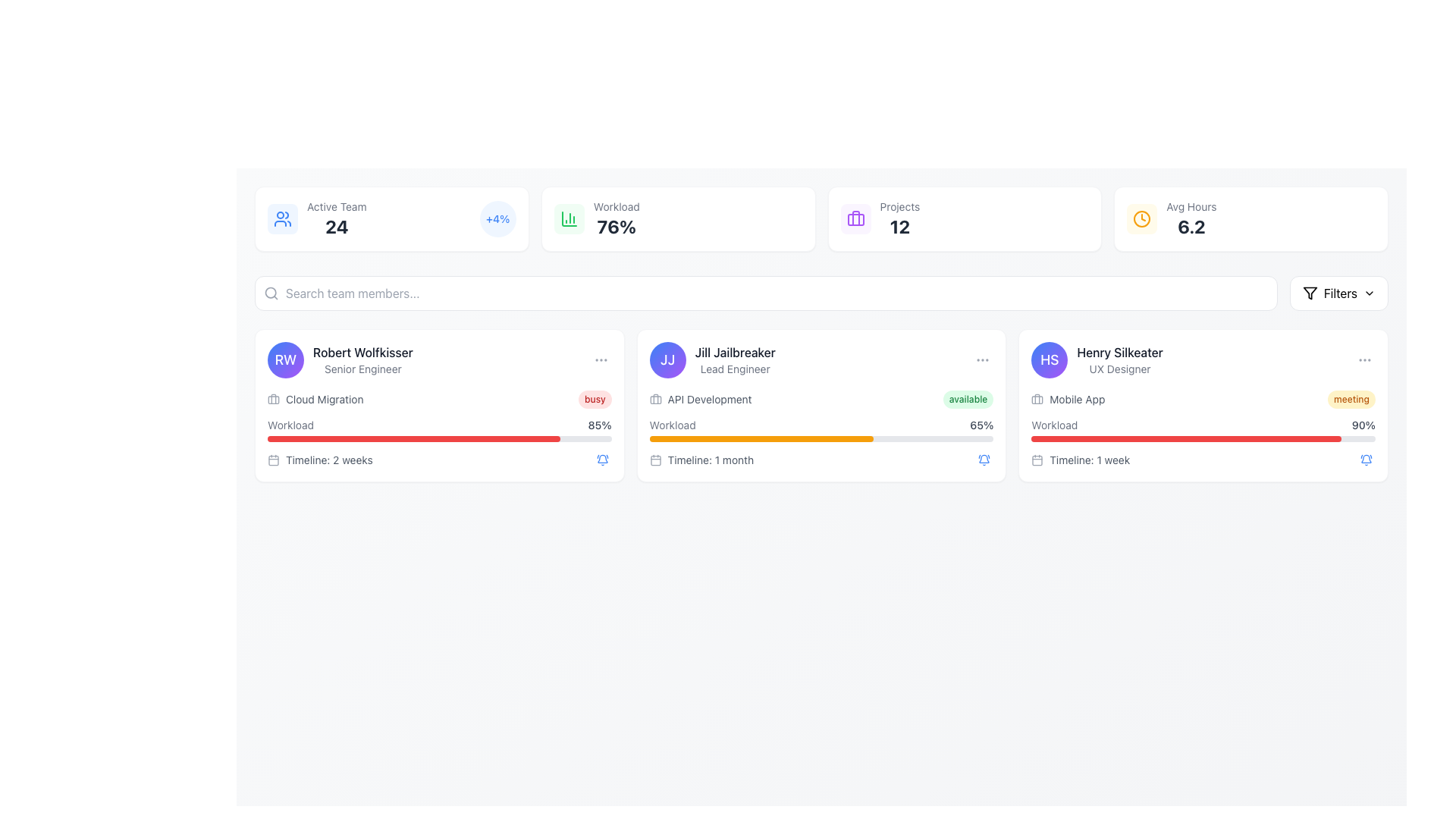  What do you see at coordinates (497, 219) in the screenshot?
I see `the Statistical Badge, which is a circular icon with a light blue background and the text '+4%' in bold blue font, located at the top right of the 'Active Team' metric` at bounding box center [497, 219].